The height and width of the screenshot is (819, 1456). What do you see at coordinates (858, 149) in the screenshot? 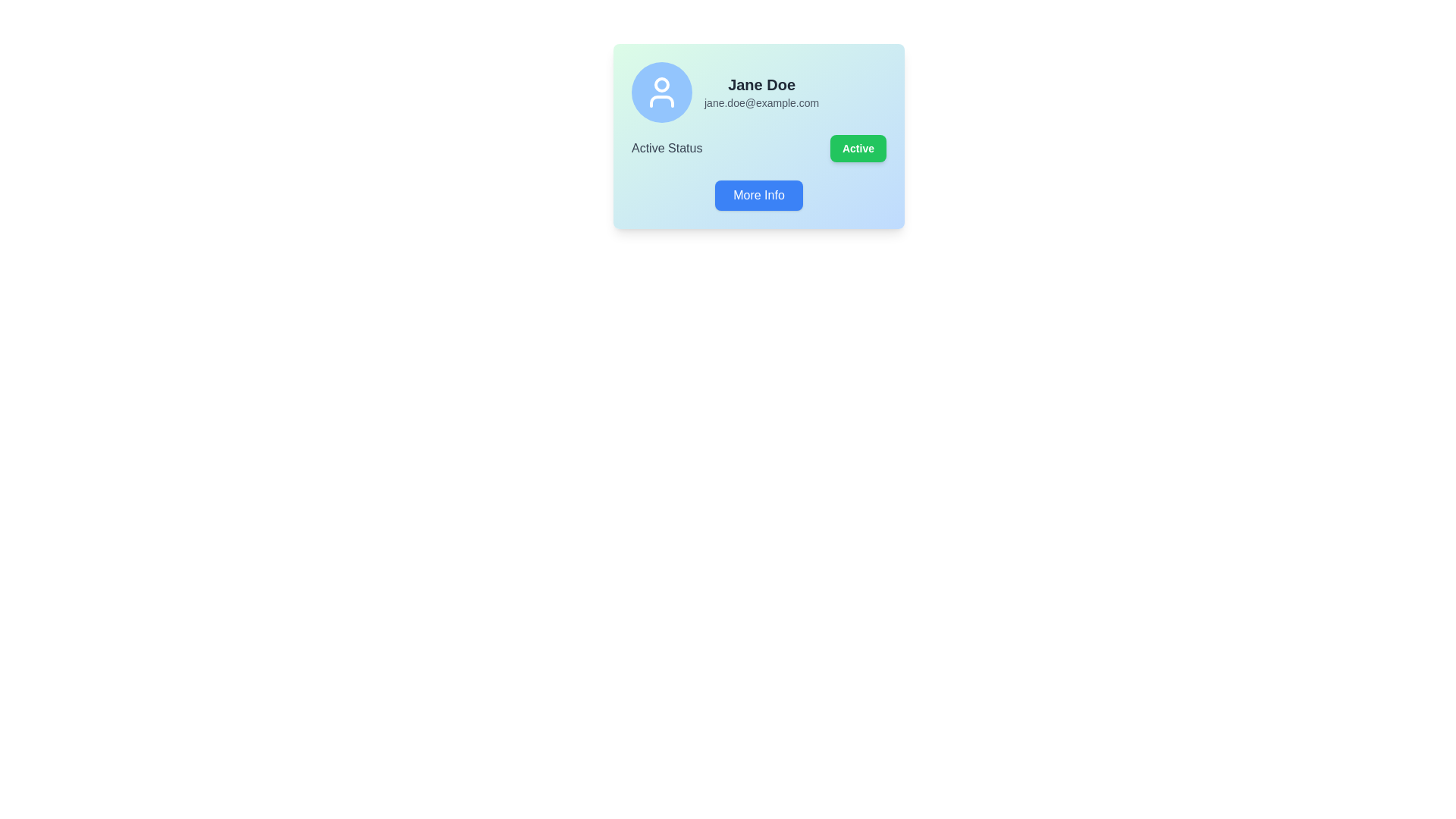
I see `the 'Active' button located to the right of the 'Active Status' text within the user details card` at bounding box center [858, 149].